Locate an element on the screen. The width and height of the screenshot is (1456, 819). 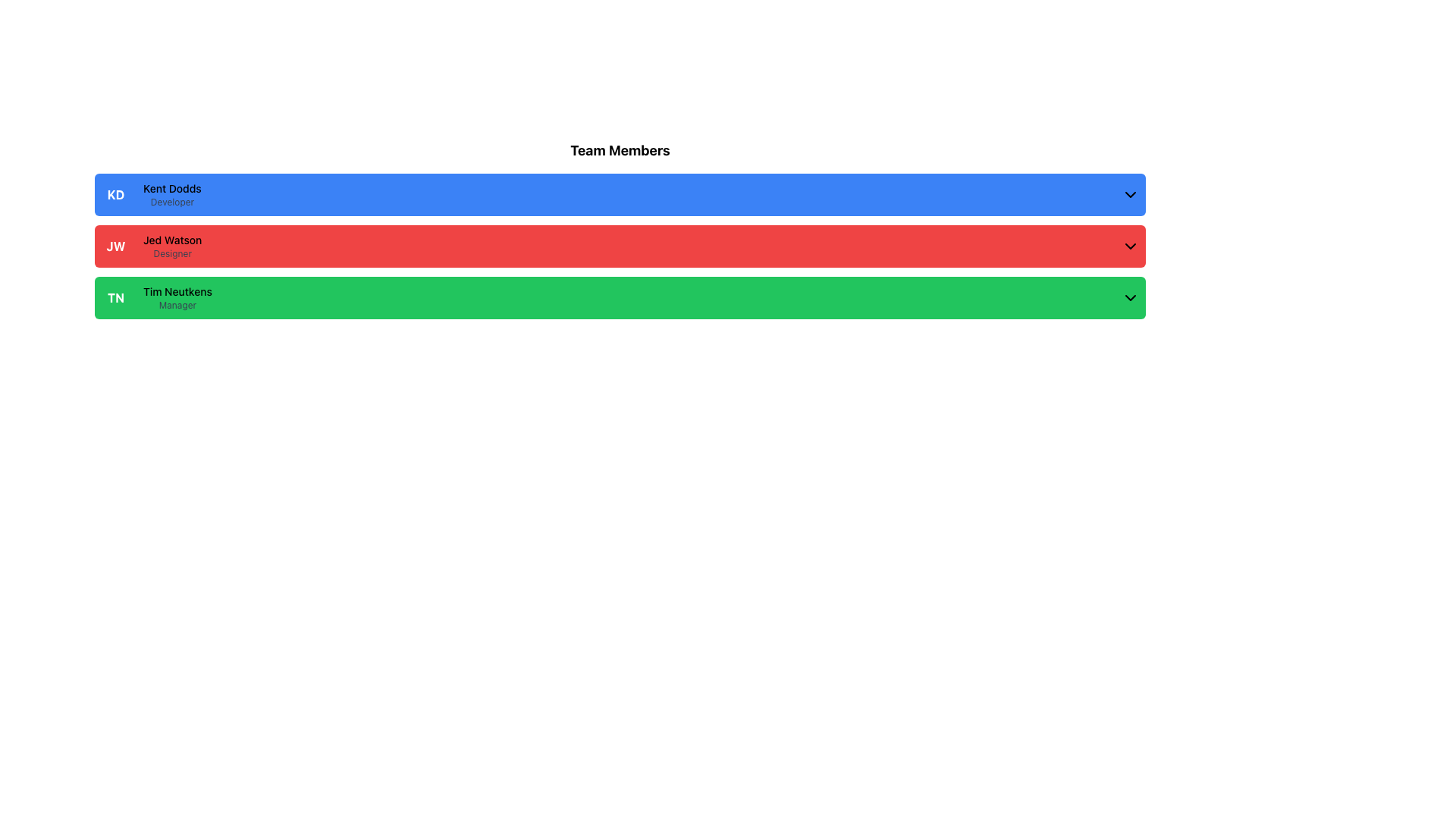
text content of the element displaying the name 'Tim Neutkens' and the role 'Manager', which is located in the green section of a stacked list of team members, to the right of the circular 'TN' avatar icon is located at coordinates (177, 298).